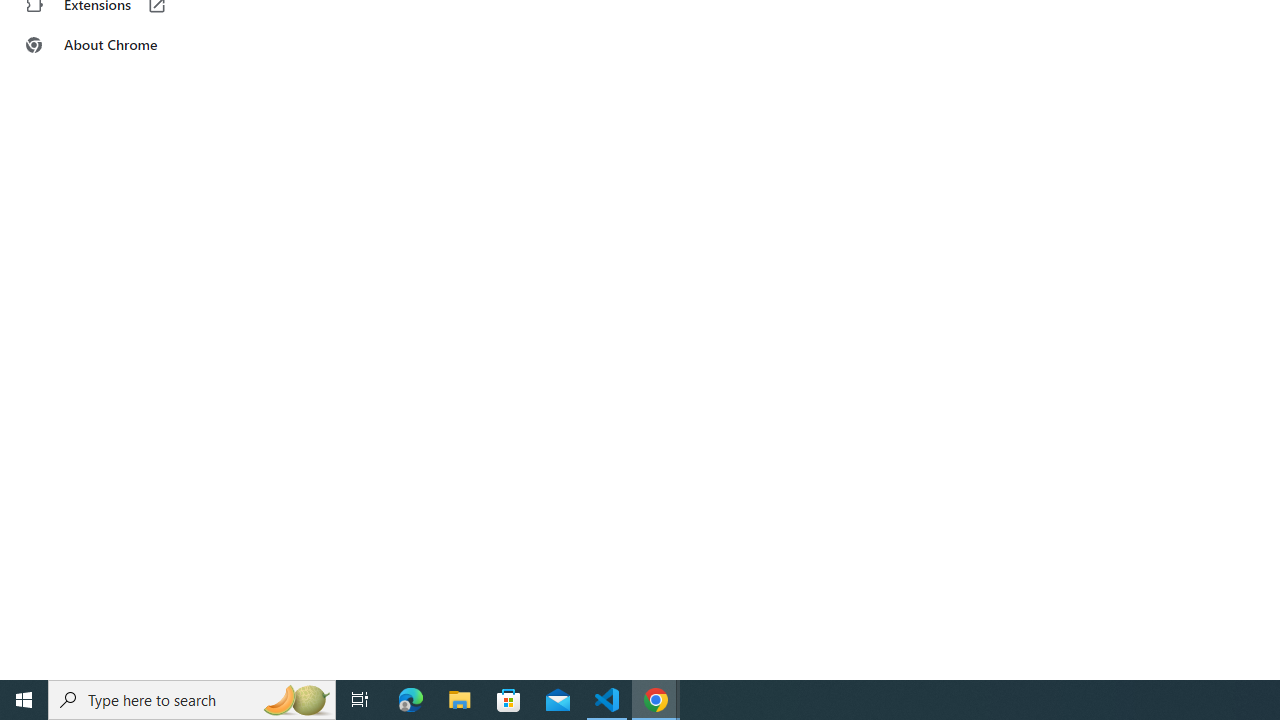 This screenshot has width=1280, height=720. What do you see at coordinates (123, 45) in the screenshot?
I see `'About Chrome'` at bounding box center [123, 45].